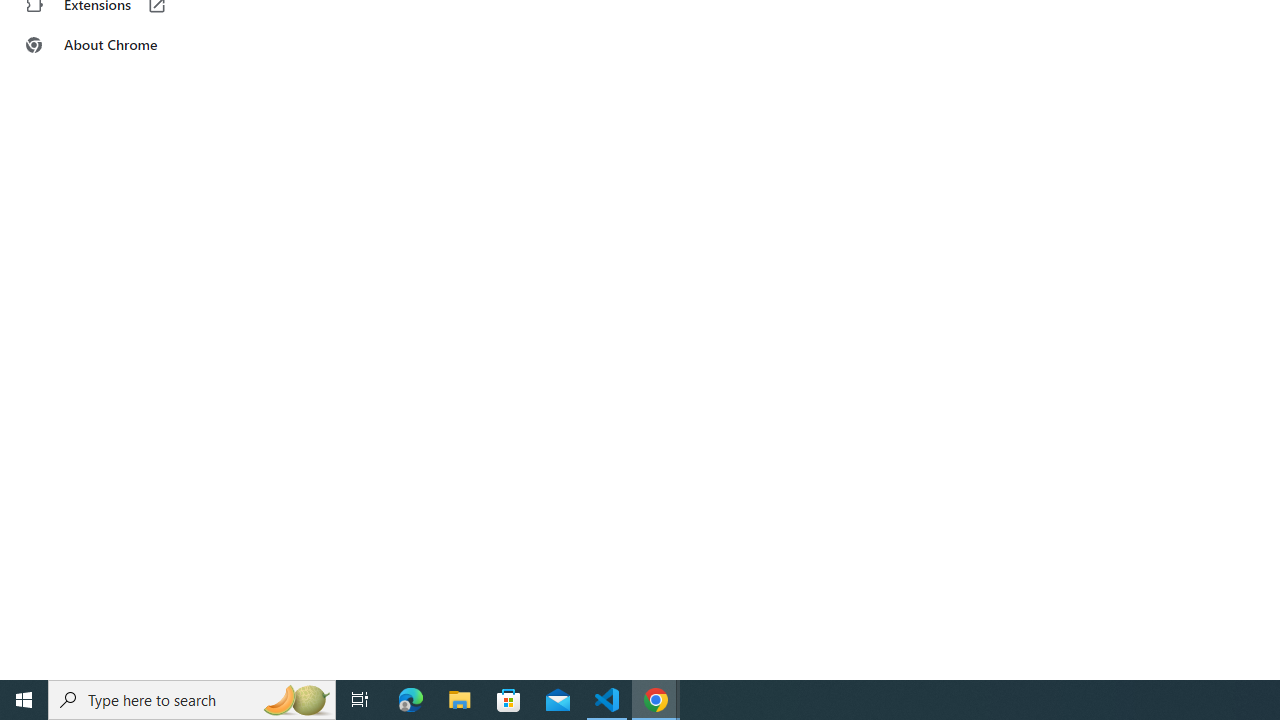 This screenshot has width=1280, height=720. What do you see at coordinates (123, 45) in the screenshot?
I see `'About Chrome'` at bounding box center [123, 45].